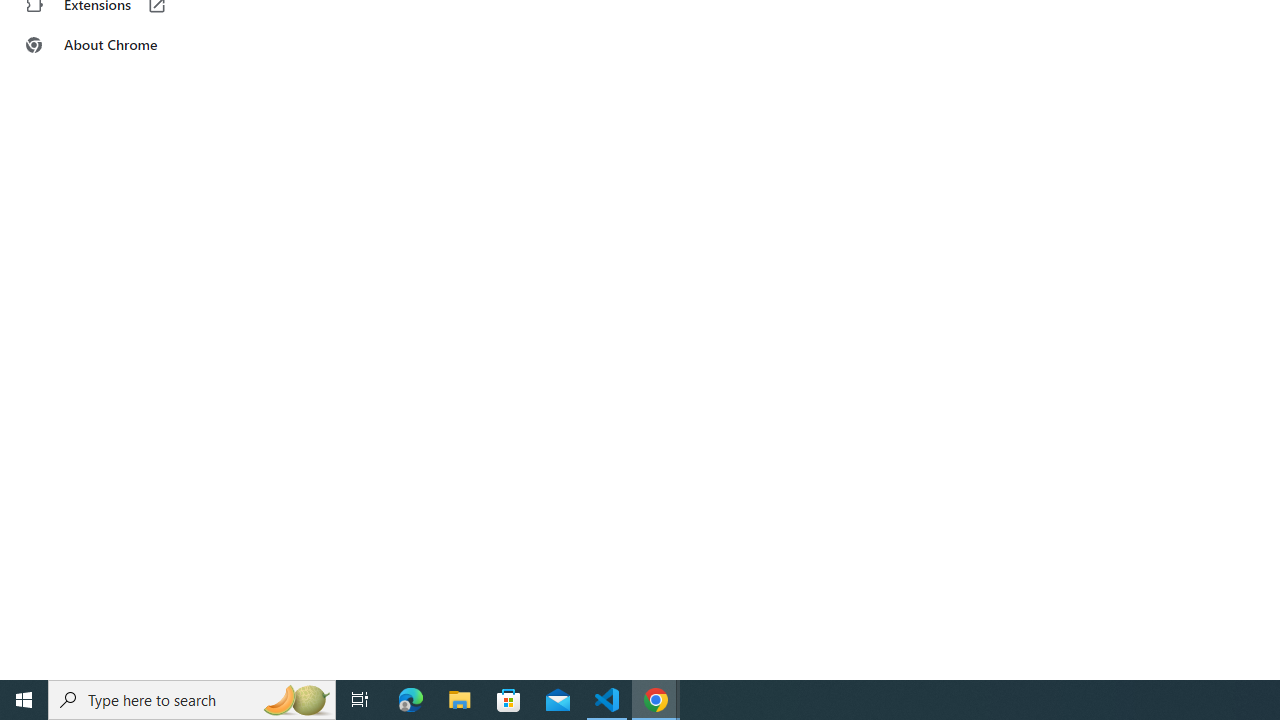 This screenshot has width=1280, height=720. What do you see at coordinates (123, 45) in the screenshot?
I see `'About Chrome'` at bounding box center [123, 45].